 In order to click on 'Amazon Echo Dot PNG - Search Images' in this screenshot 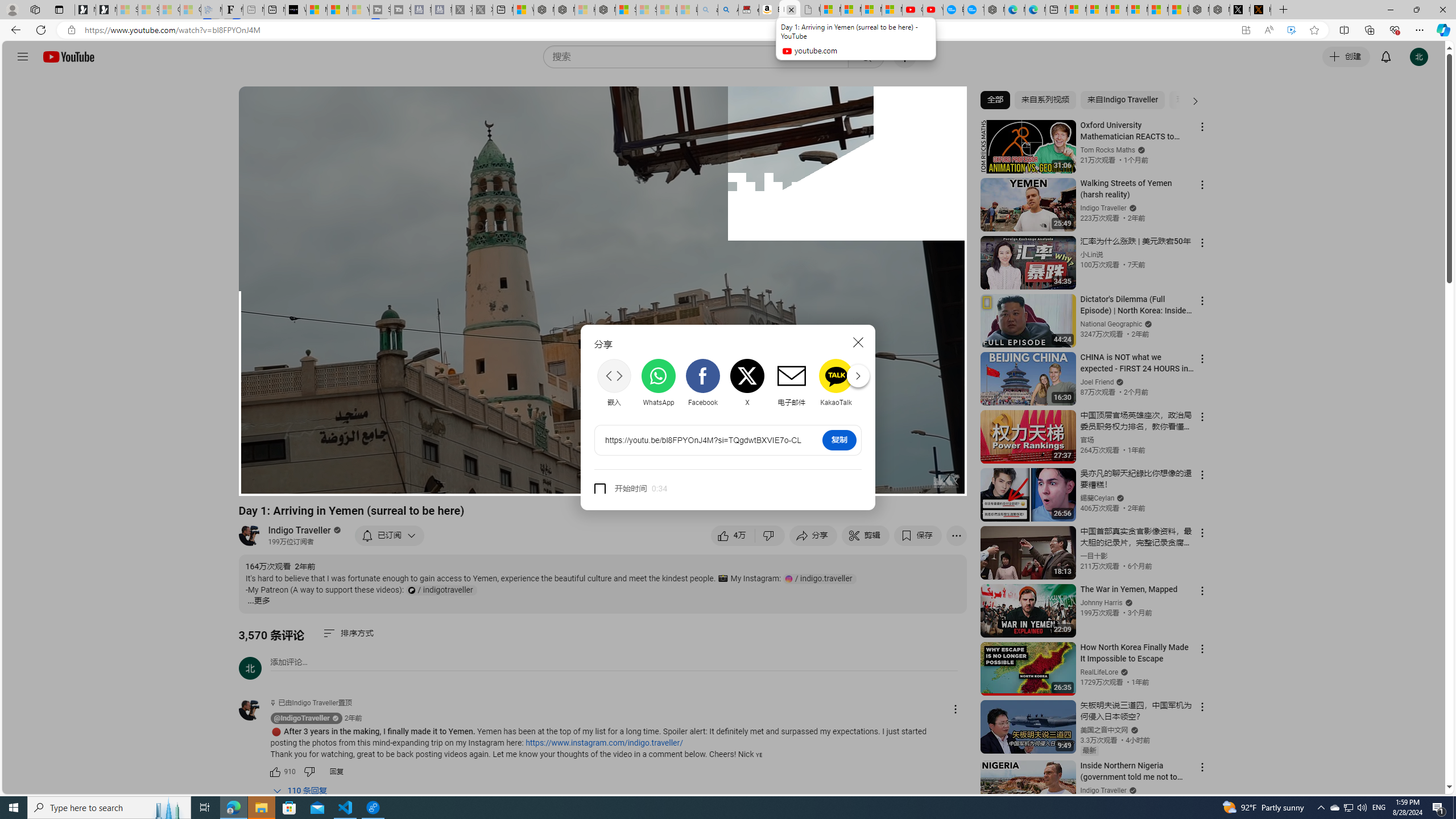, I will do `click(728, 9)`.